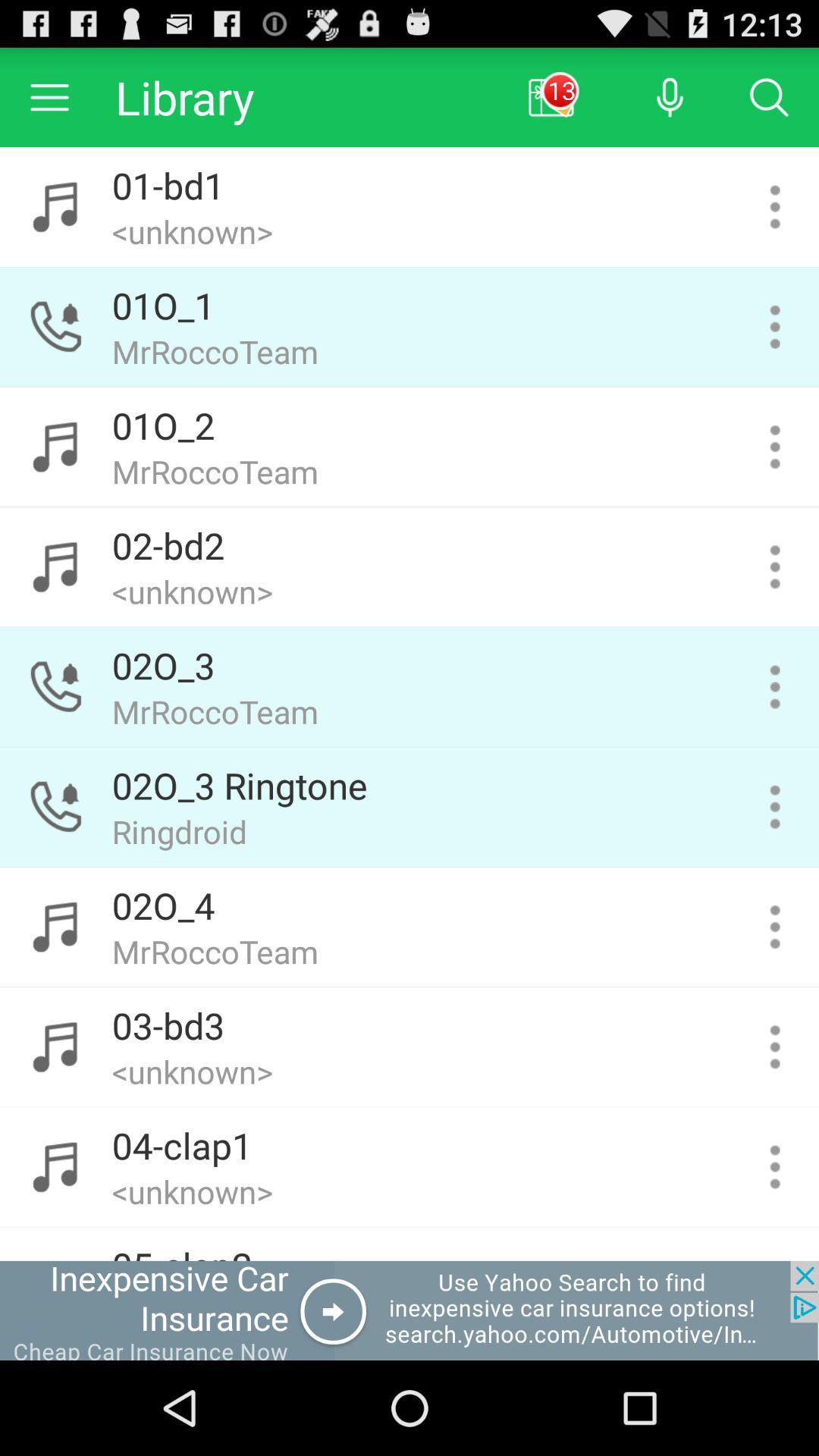 This screenshot has height=1456, width=819. What do you see at coordinates (775, 566) in the screenshot?
I see `music` at bounding box center [775, 566].